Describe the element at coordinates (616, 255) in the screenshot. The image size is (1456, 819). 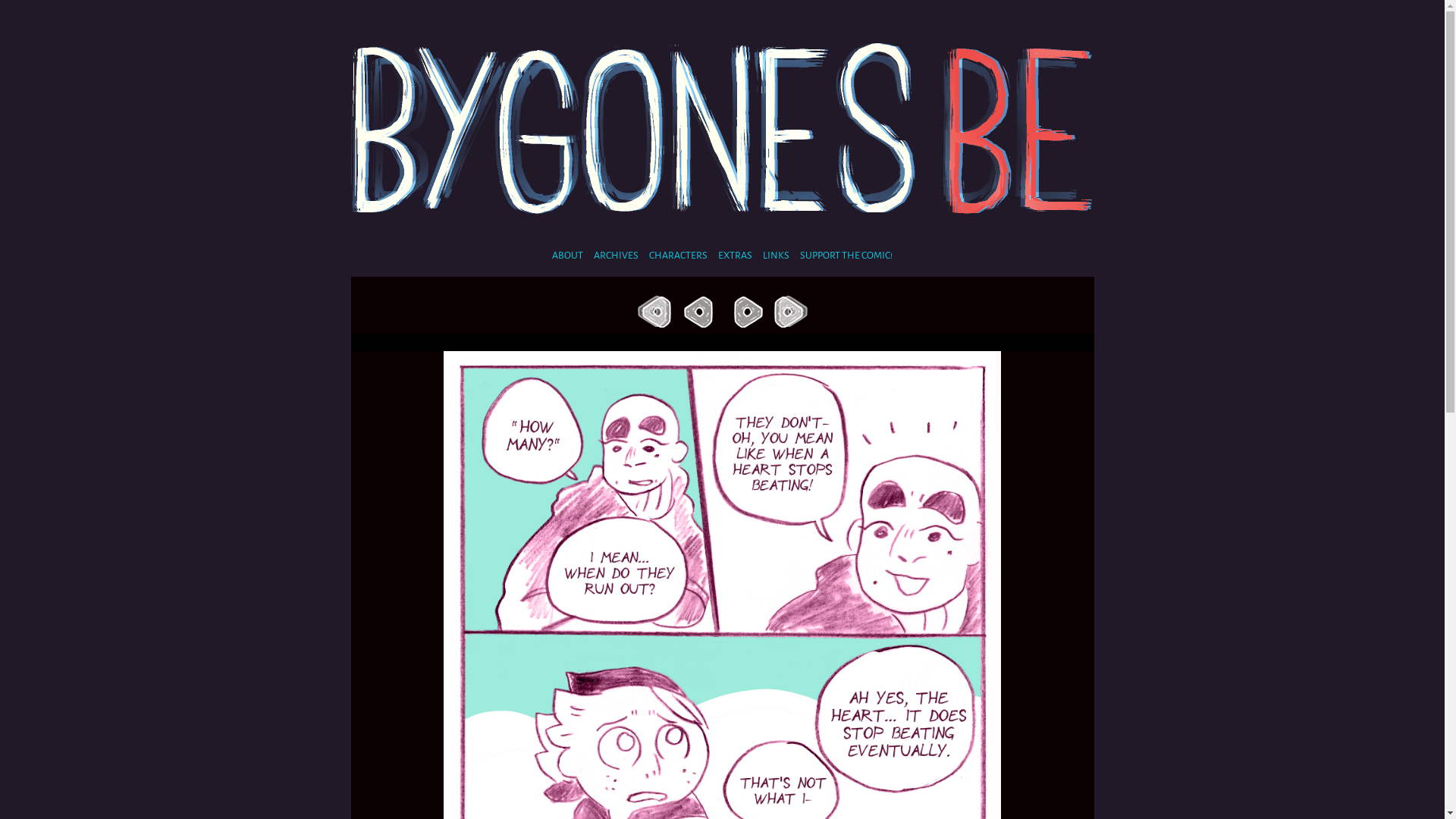
I see `'ARCHIVES'` at that location.